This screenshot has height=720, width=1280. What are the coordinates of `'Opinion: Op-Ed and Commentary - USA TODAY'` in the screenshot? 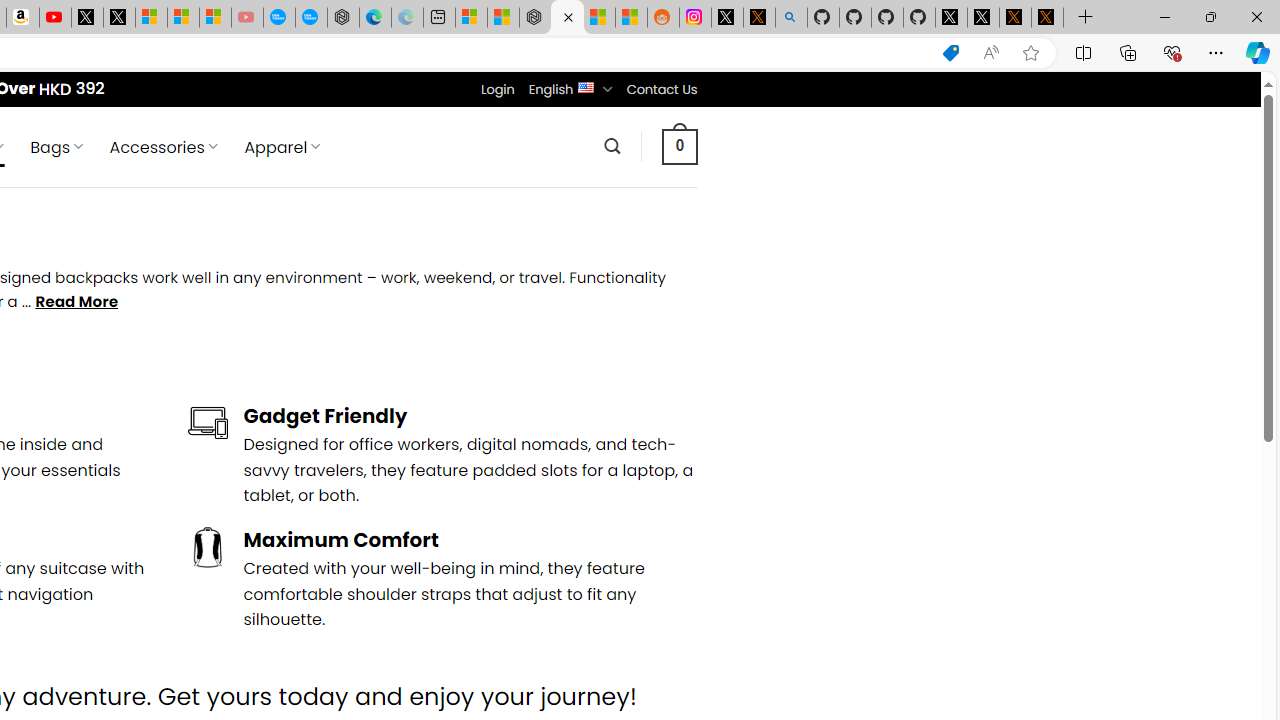 It's located at (278, 17).